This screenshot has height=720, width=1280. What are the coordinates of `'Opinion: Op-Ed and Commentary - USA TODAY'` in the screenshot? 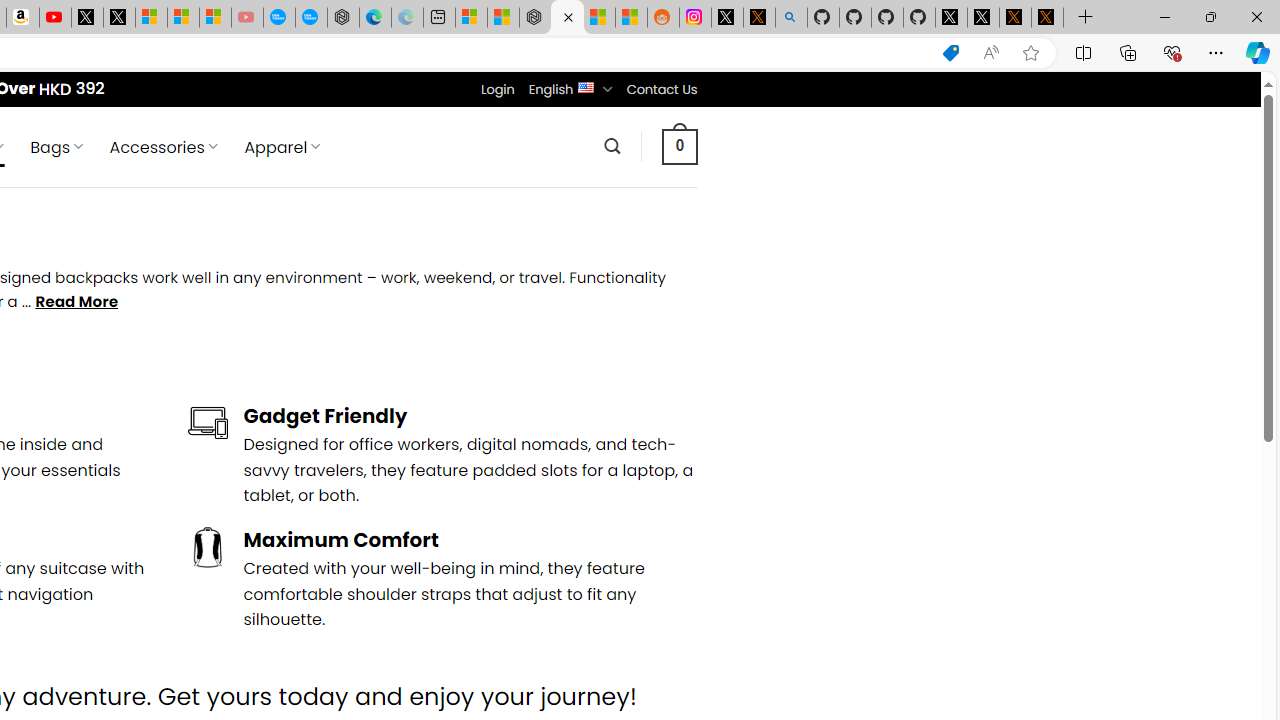 It's located at (278, 17).